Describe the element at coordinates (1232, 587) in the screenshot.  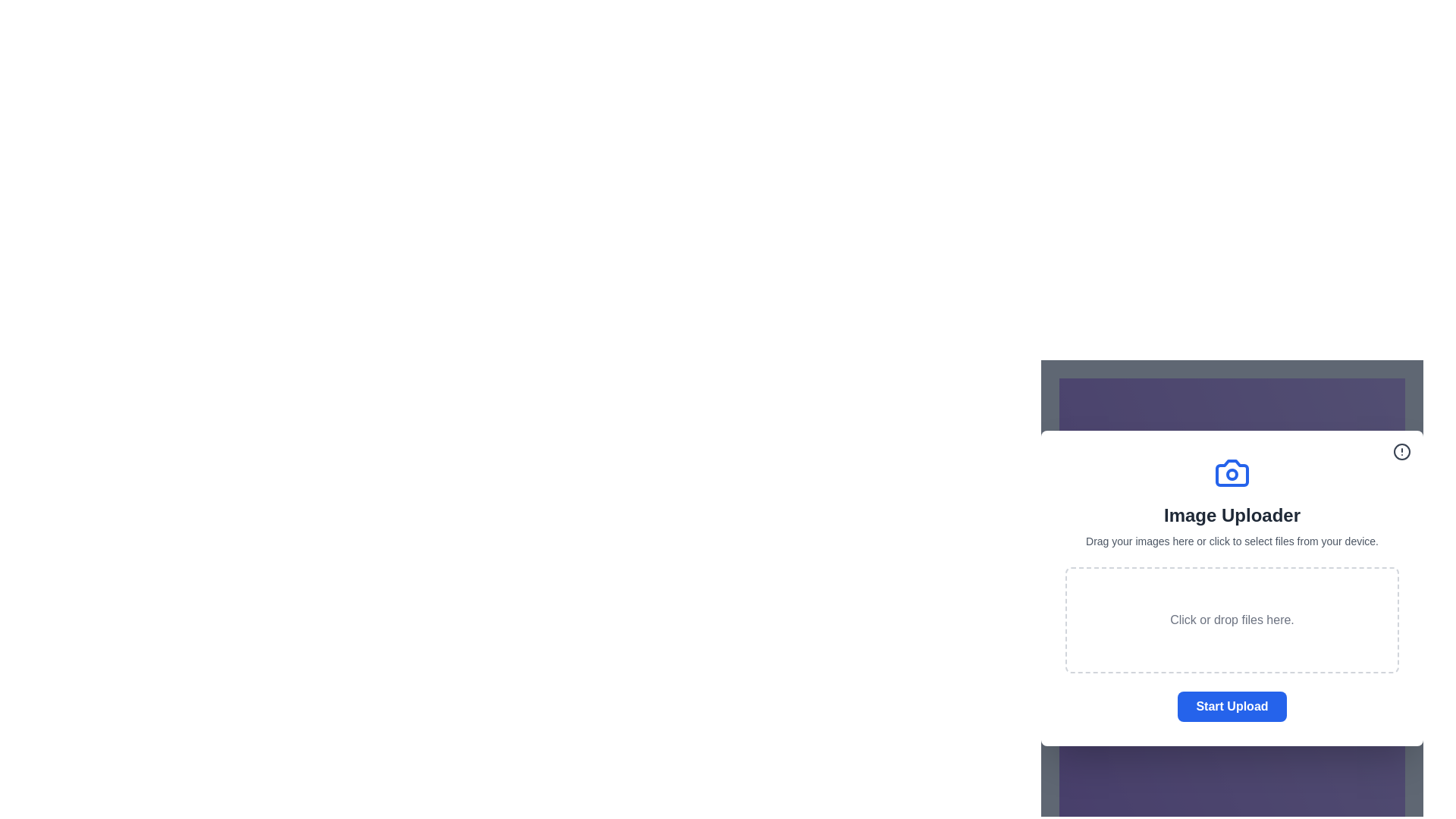
I see `and drop files into the dashed border area of the 'Image Uploader' modal content section, which is visually represented by a white rectangular box with rounded corners` at that location.